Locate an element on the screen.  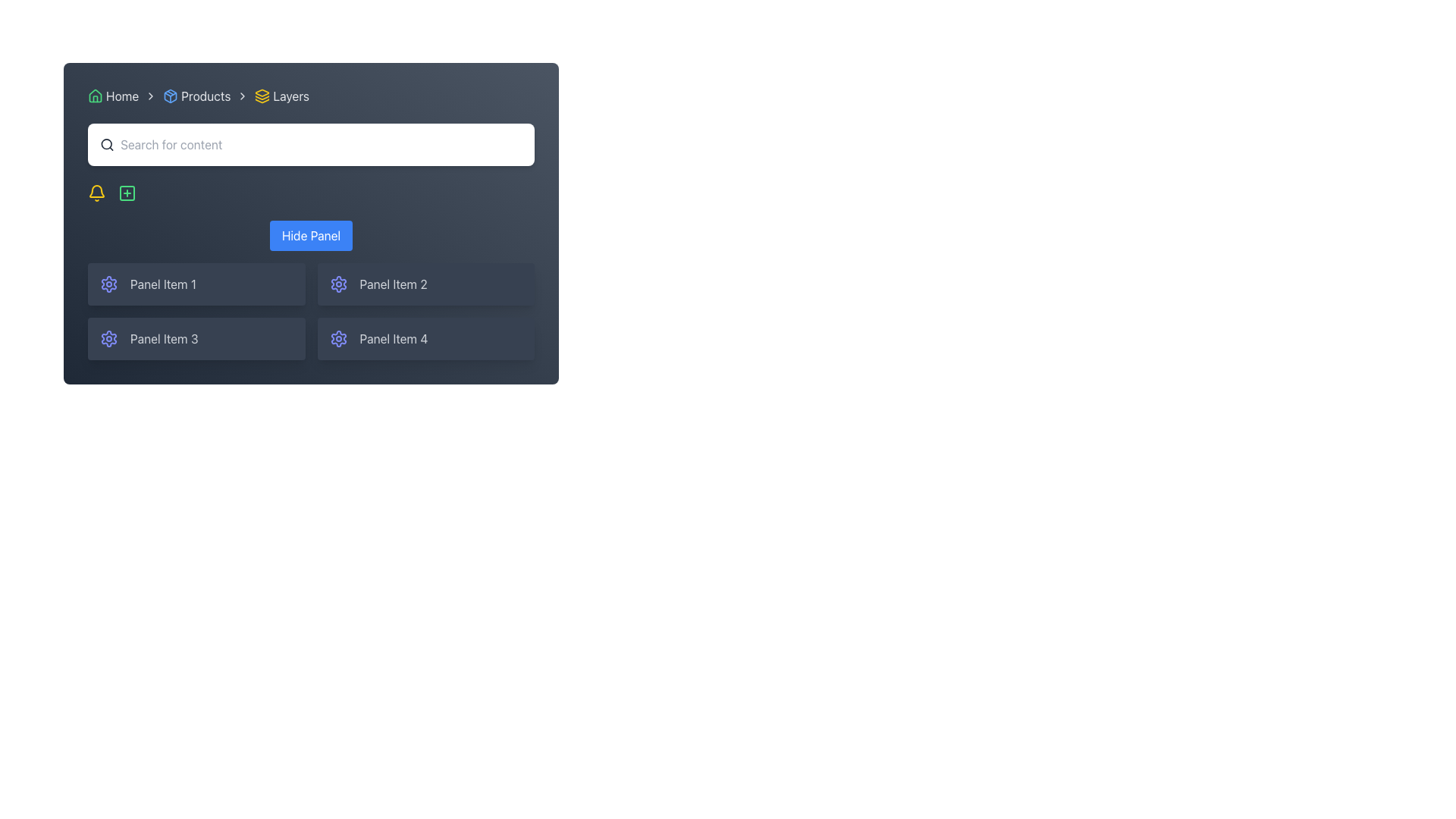
the second chevron in the breadcrumb navigation, which separates 'Products' and 'Layers' is located at coordinates (243, 96).